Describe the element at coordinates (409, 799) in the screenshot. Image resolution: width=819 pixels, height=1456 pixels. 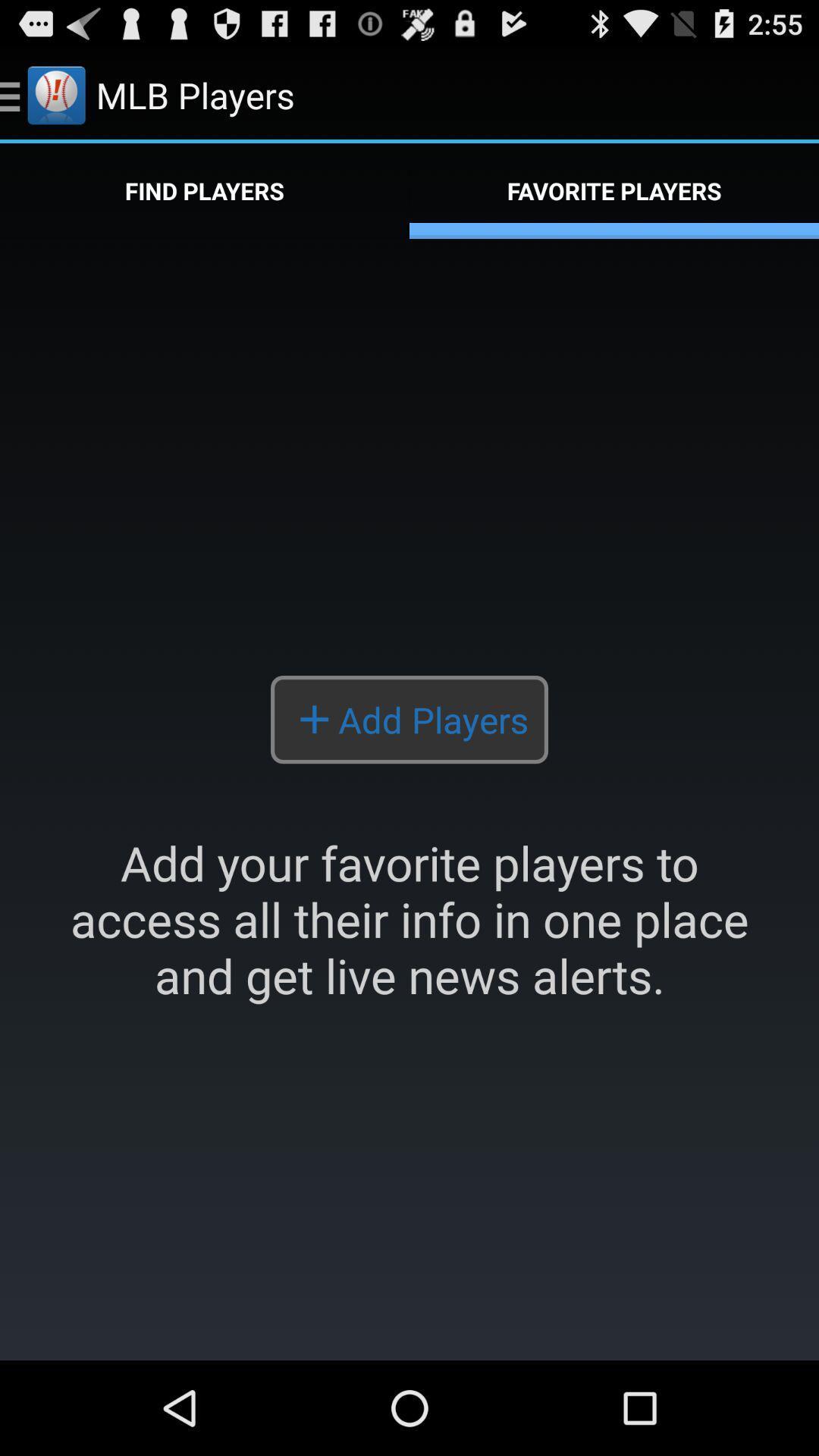
I see `players` at that location.